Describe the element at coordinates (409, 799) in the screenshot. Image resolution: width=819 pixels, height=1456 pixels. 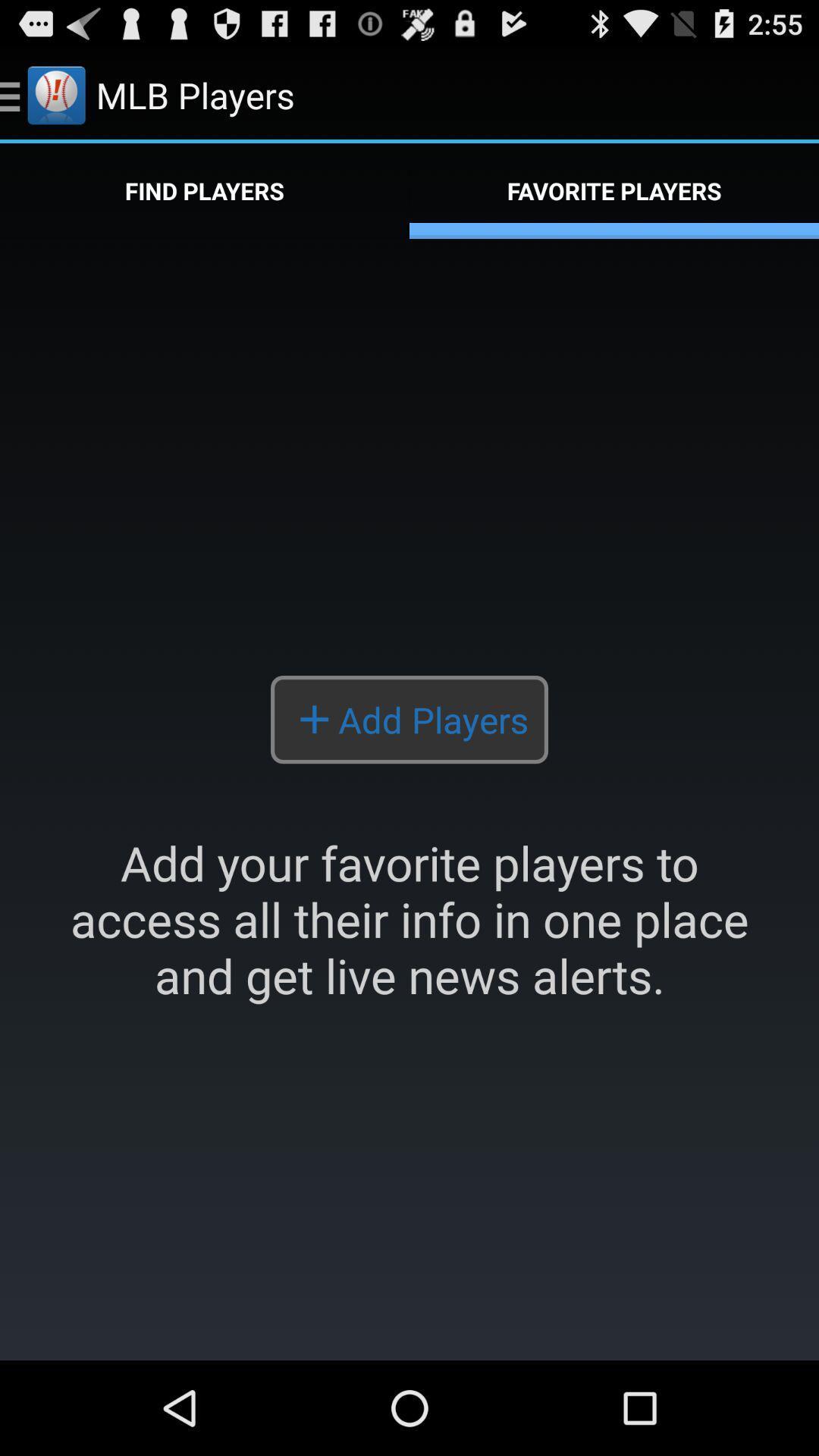
I see `players` at that location.